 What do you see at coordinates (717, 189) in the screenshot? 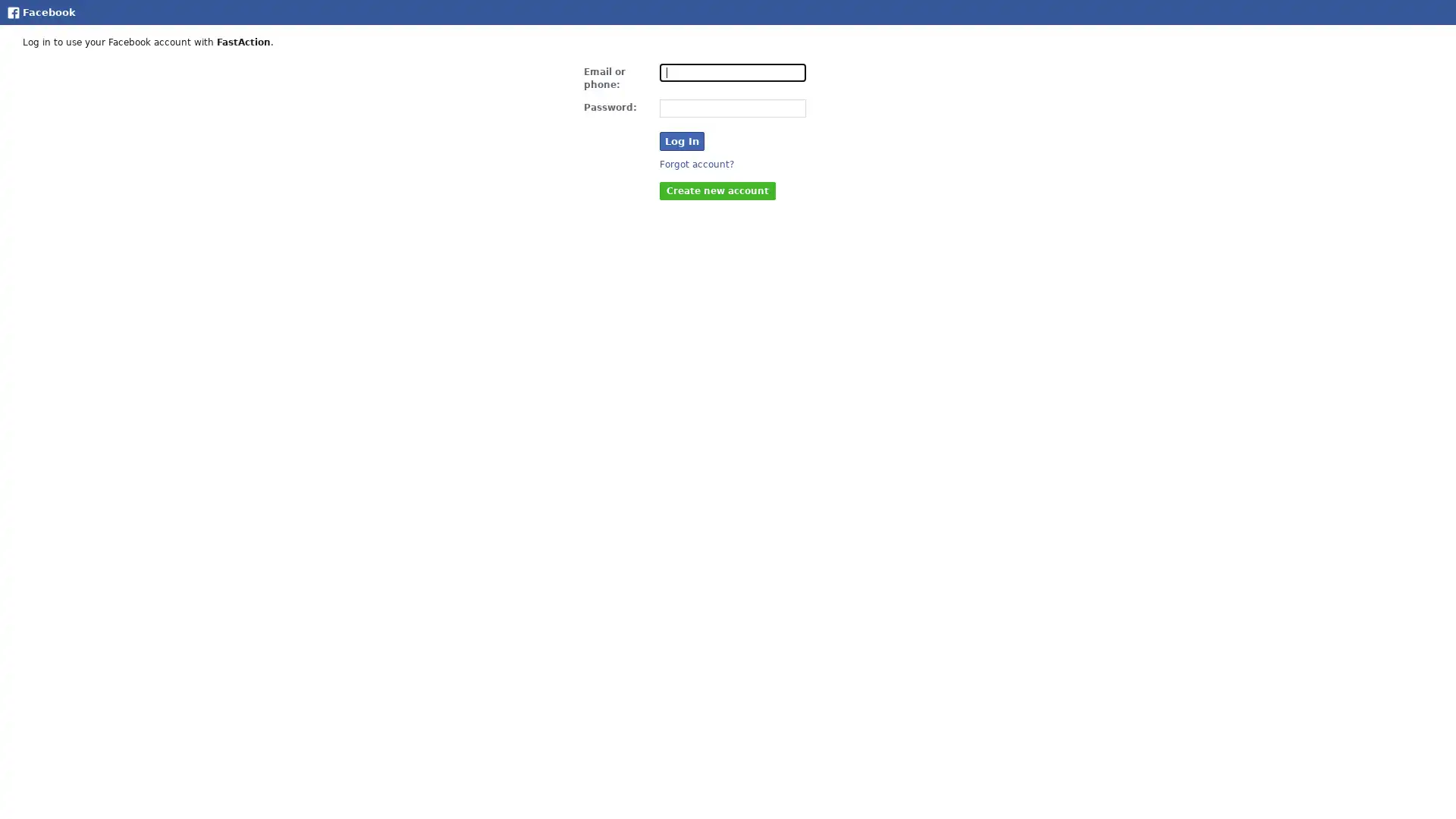
I see `Create new account` at bounding box center [717, 189].